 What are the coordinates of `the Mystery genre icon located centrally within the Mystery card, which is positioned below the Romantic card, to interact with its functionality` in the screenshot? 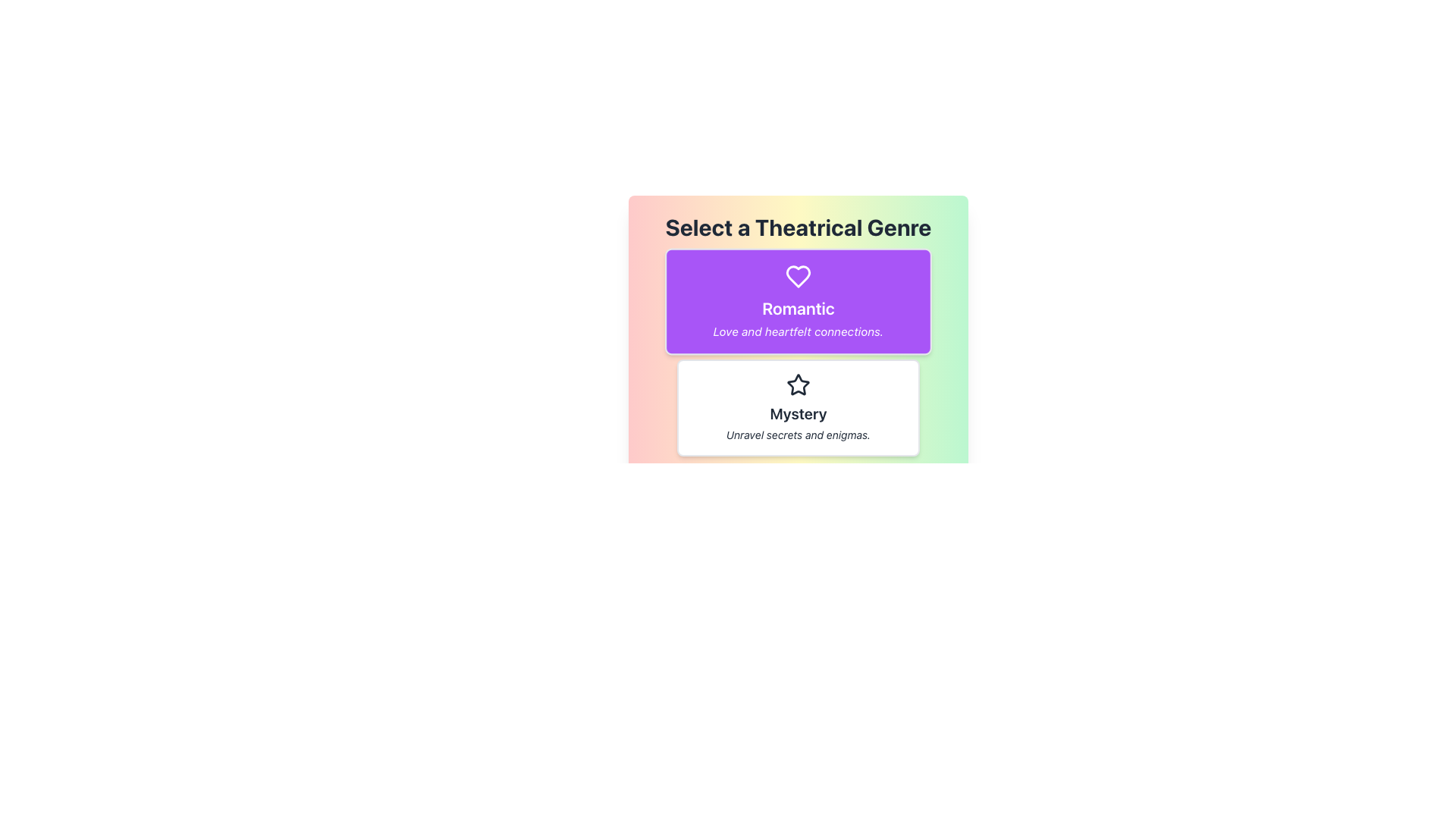 It's located at (797, 384).